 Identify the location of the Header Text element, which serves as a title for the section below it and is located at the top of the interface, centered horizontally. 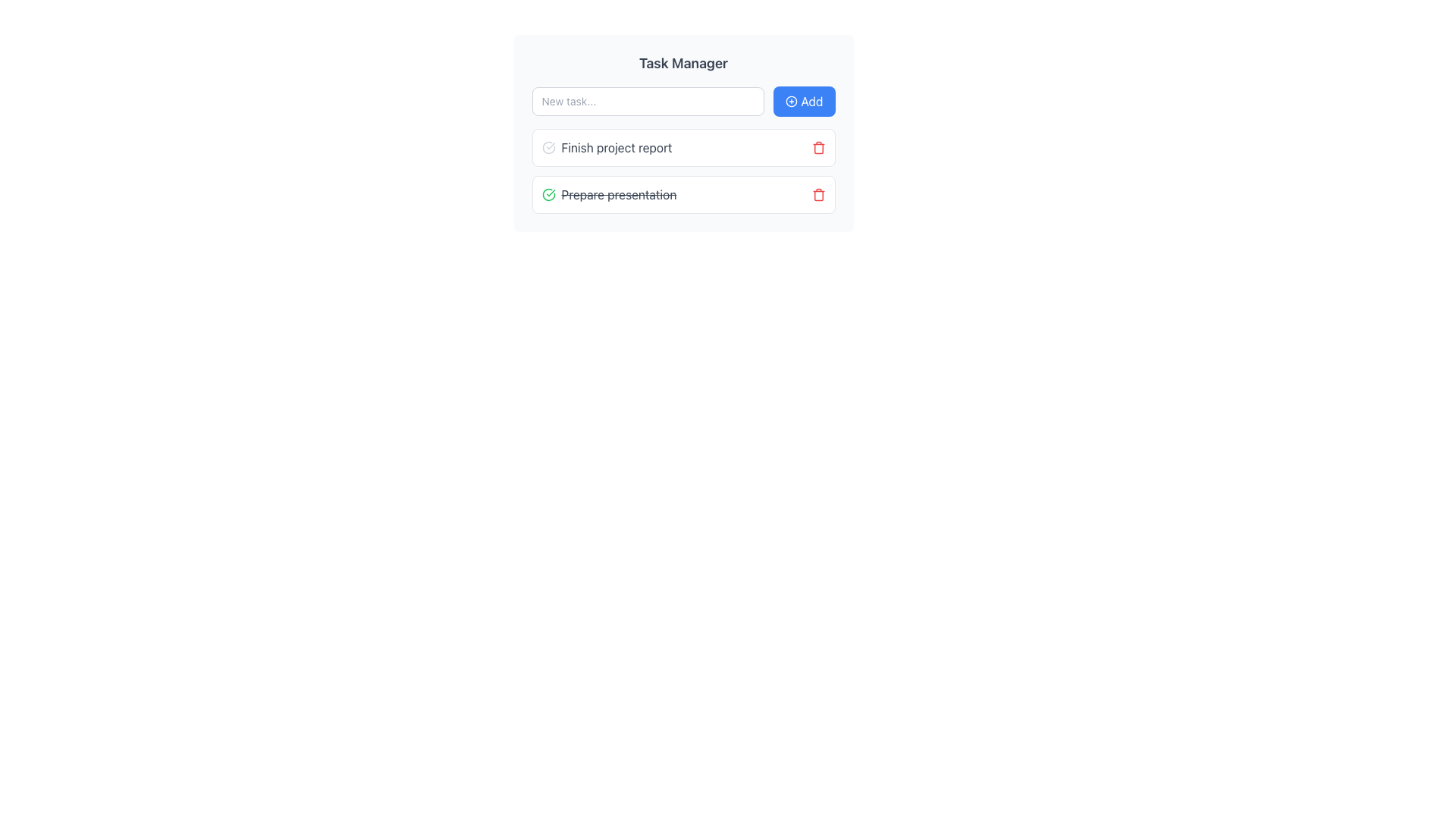
(682, 63).